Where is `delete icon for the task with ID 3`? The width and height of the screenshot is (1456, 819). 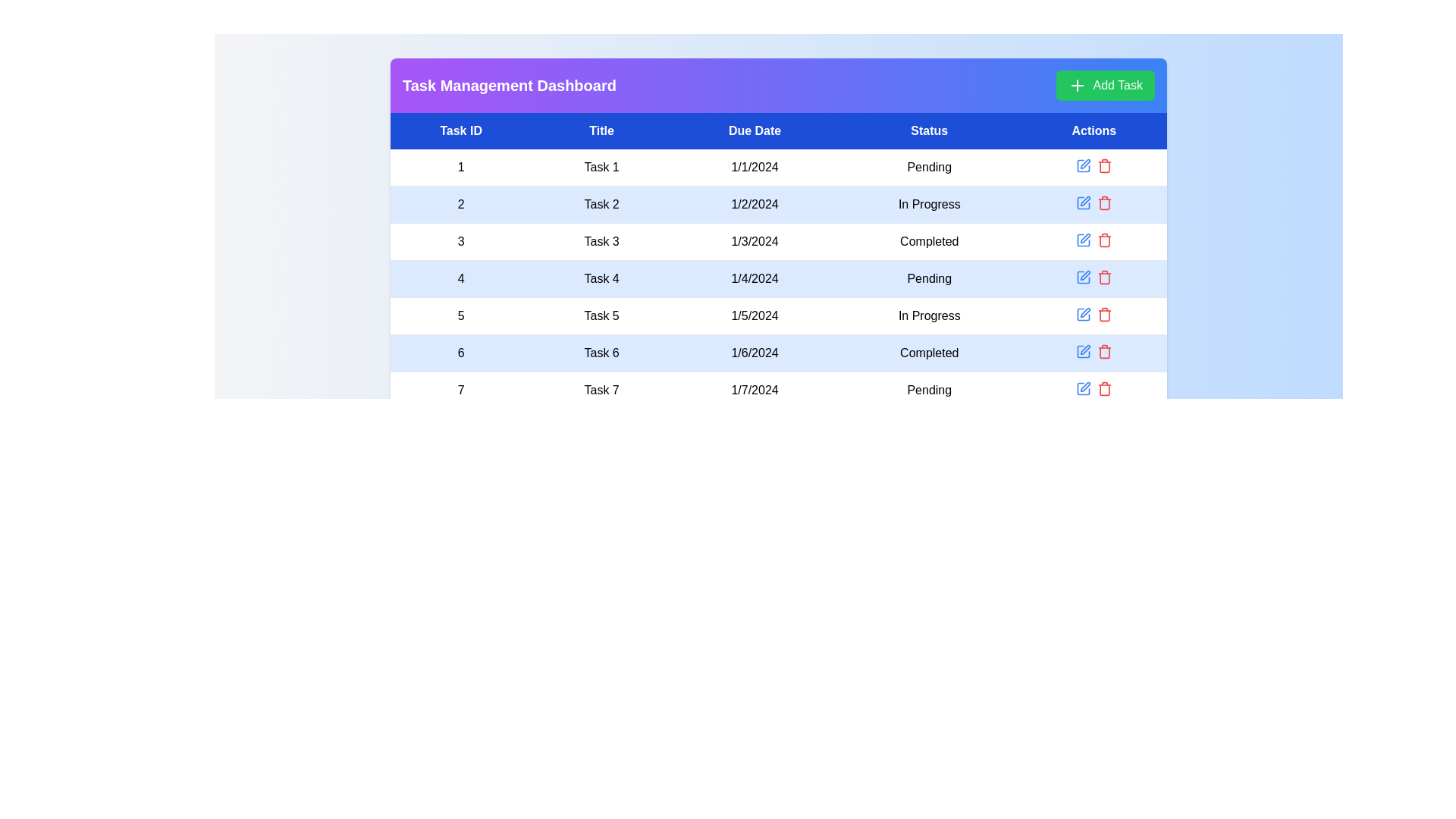 delete icon for the task with ID 3 is located at coordinates (1104, 239).